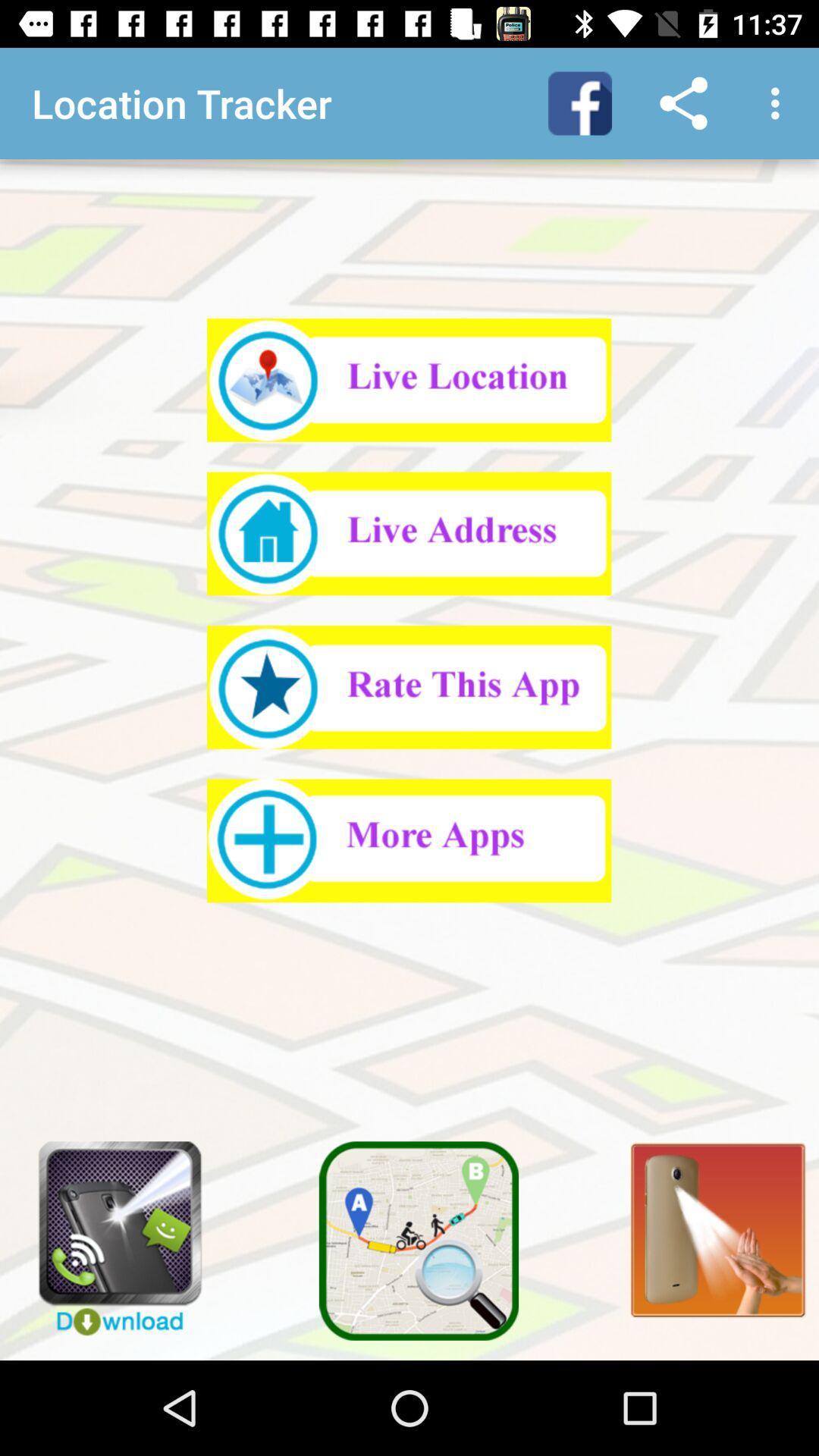  I want to click on download option, so click(108, 1231).